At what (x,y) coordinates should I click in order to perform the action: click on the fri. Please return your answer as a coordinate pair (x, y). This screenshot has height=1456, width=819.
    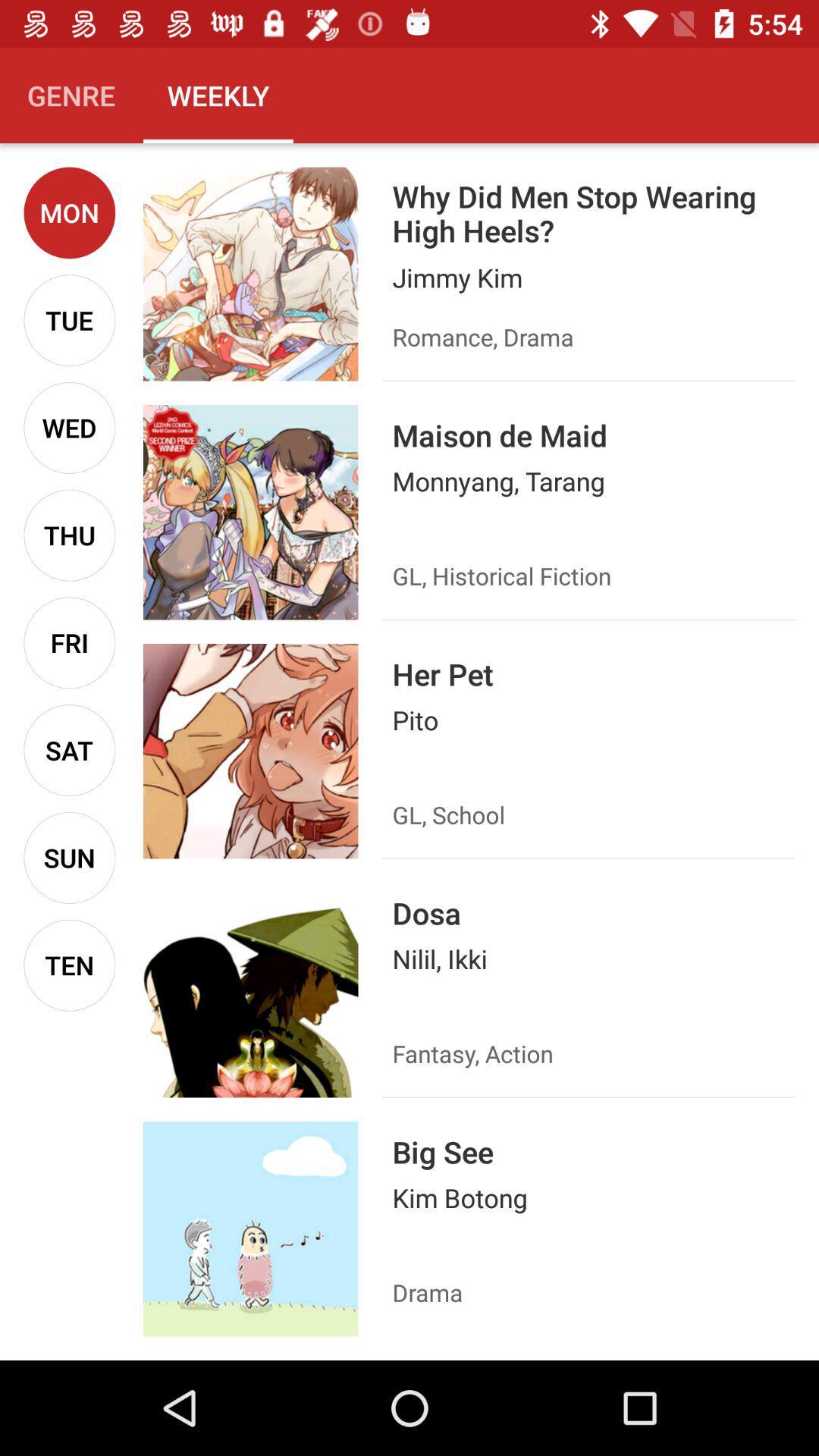
    Looking at the image, I should click on (69, 642).